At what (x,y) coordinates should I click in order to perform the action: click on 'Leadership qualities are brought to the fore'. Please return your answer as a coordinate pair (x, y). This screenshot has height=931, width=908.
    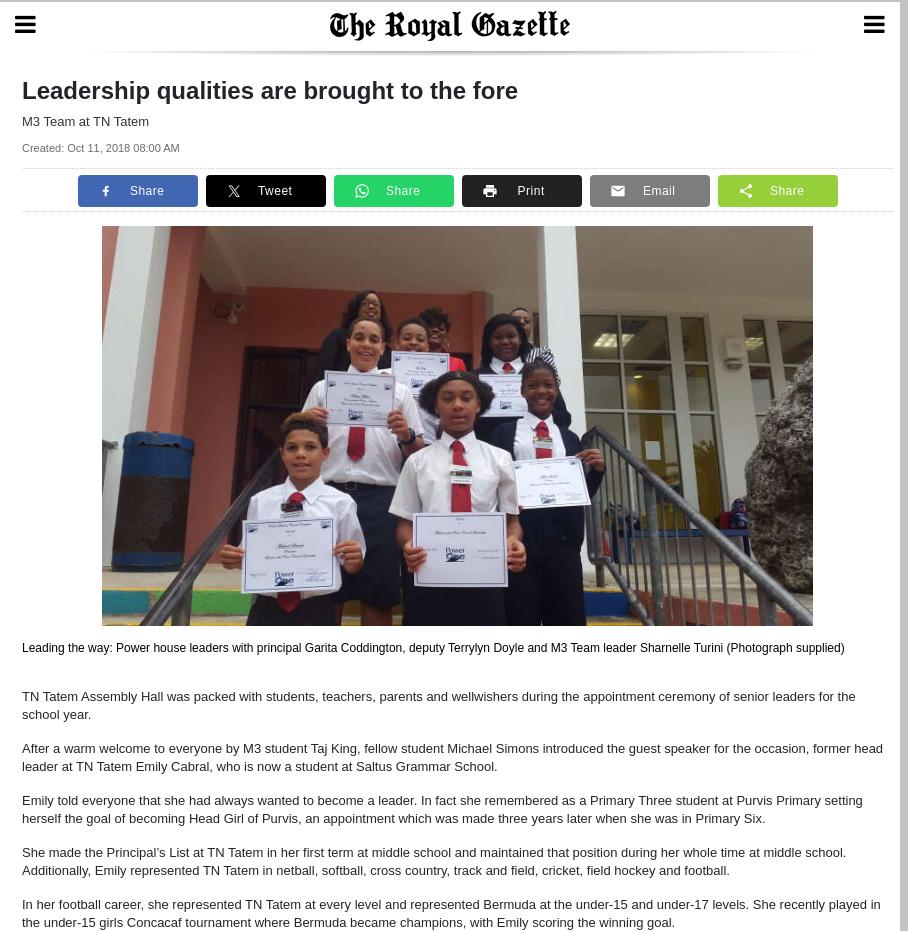
    Looking at the image, I should click on (270, 89).